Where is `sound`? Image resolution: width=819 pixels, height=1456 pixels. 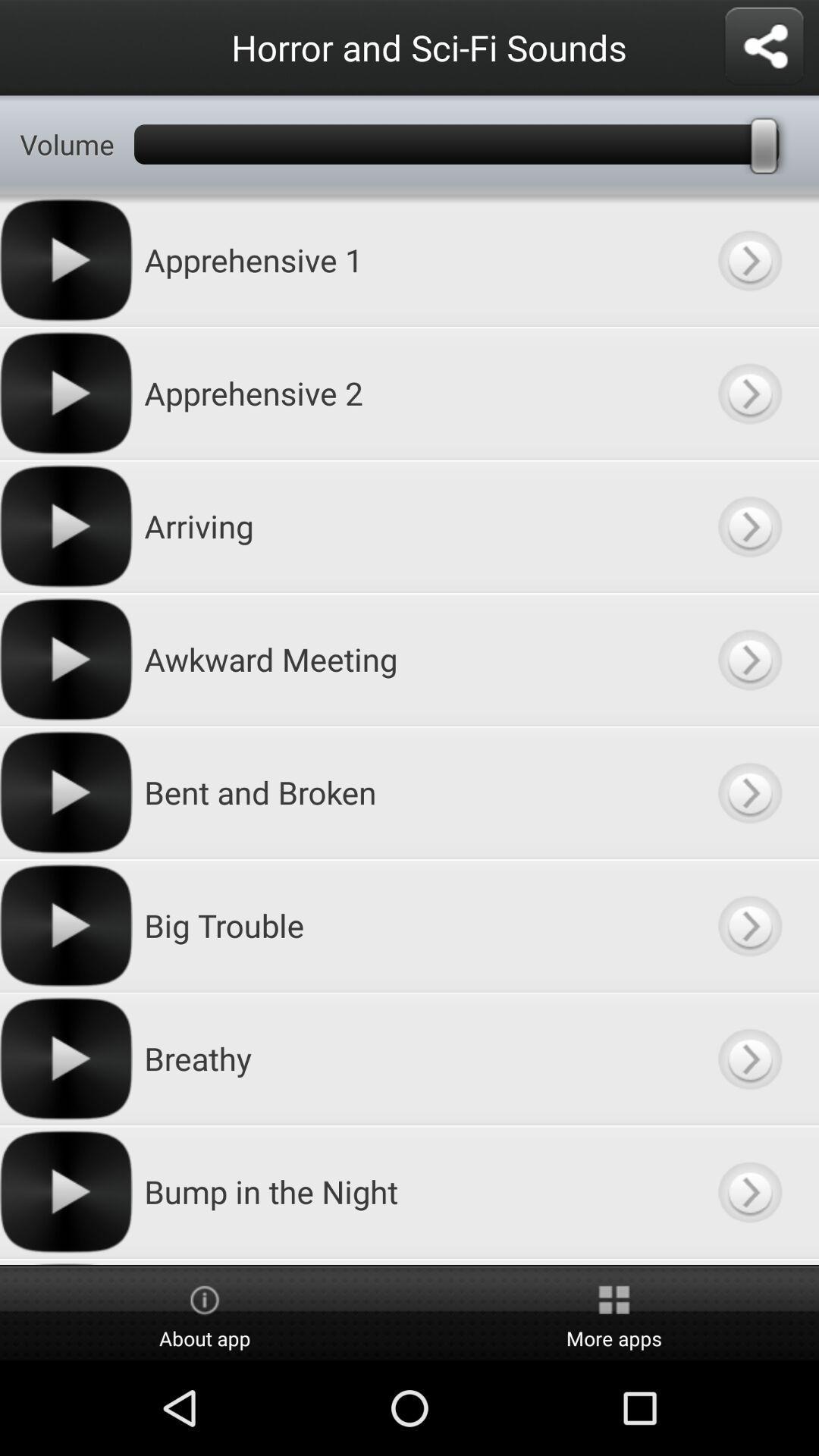 sound is located at coordinates (748, 1191).